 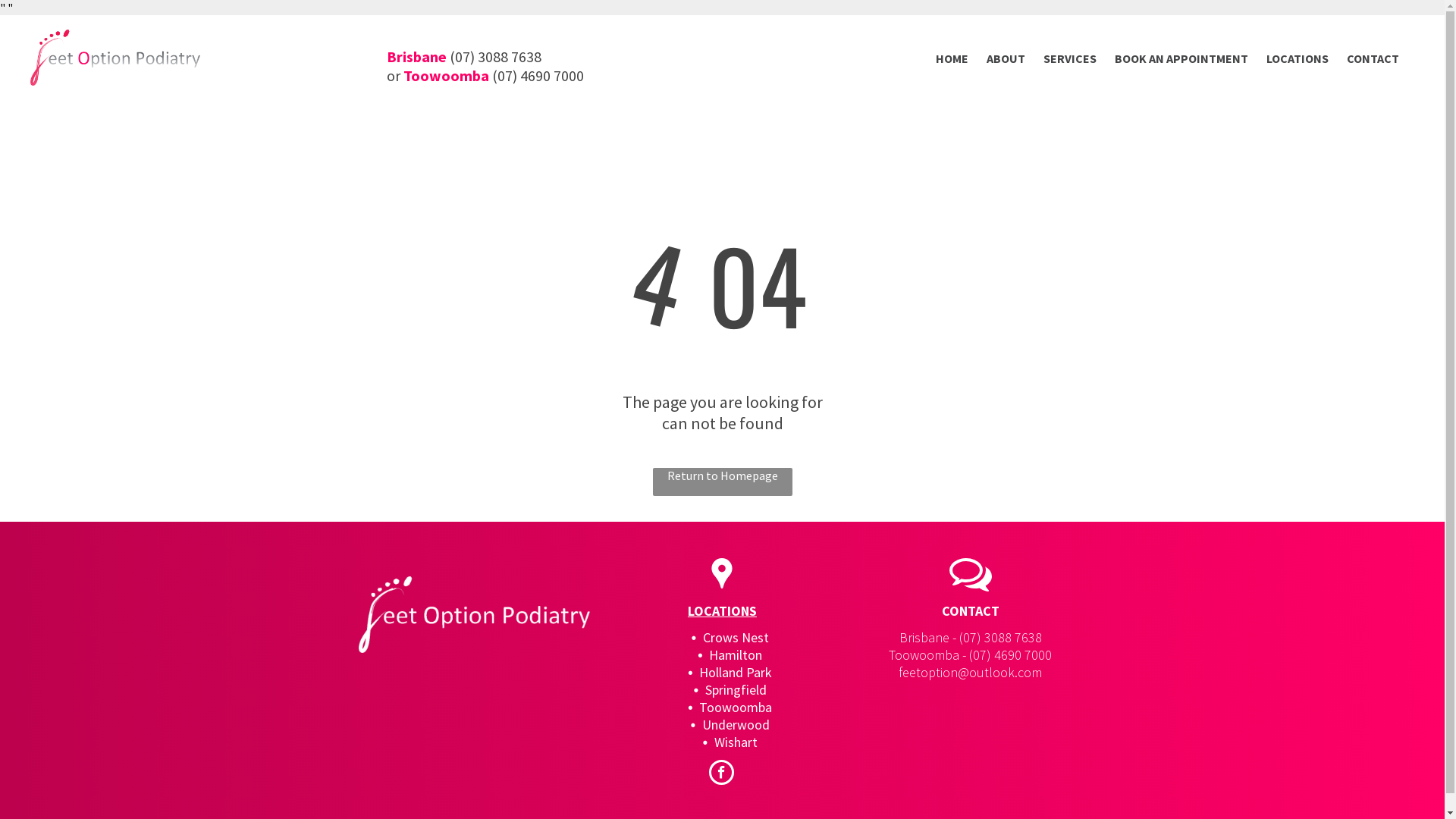 What do you see at coordinates (1006, 57) in the screenshot?
I see `'ABOUT'` at bounding box center [1006, 57].